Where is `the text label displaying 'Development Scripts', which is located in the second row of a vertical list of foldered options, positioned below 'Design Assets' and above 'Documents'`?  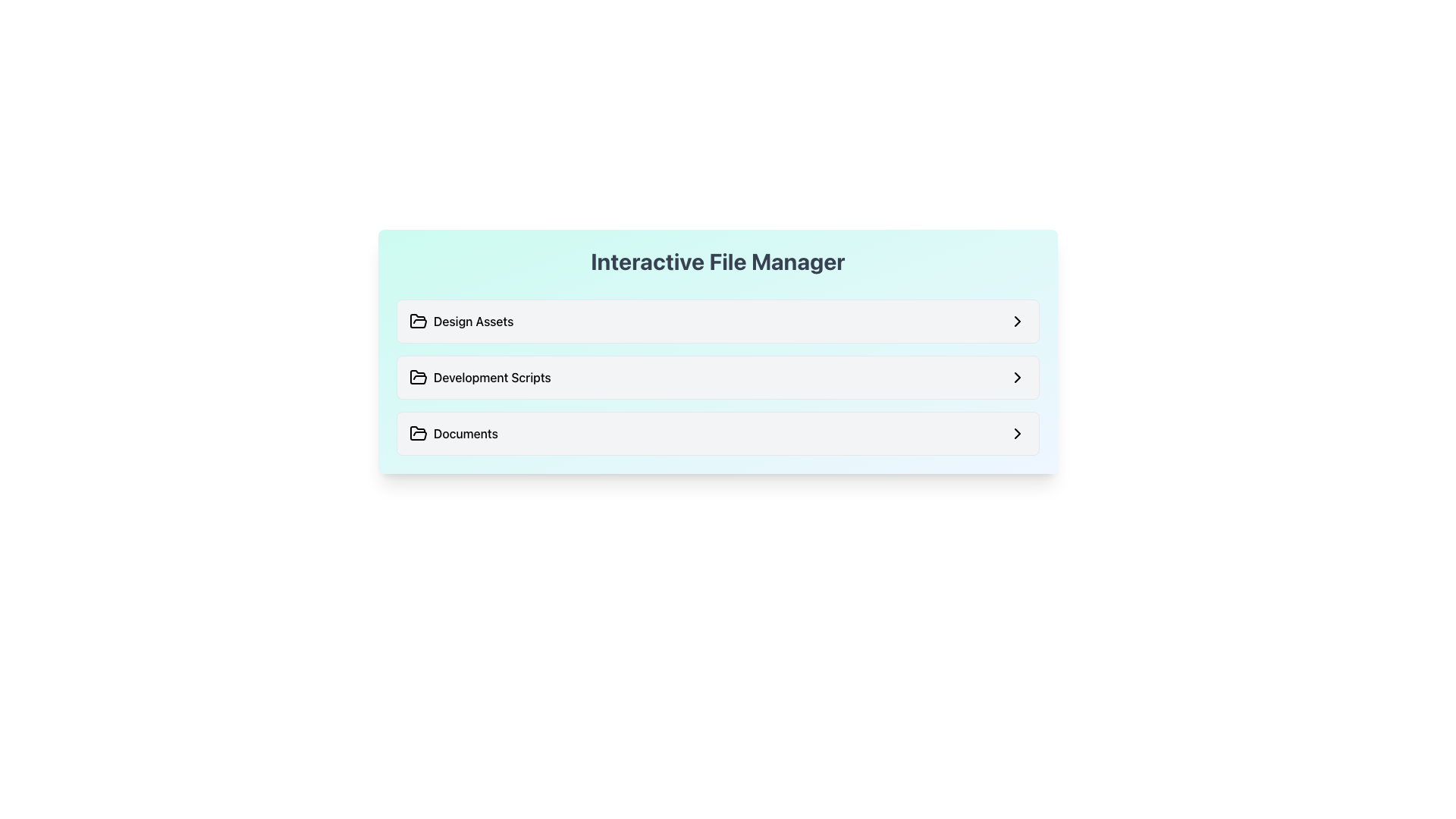
the text label displaying 'Development Scripts', which is located in the second row of a vertical list of foldered options, positioned below 'Design Assets' and above 'Documents' is located at coordinates (479, 376).